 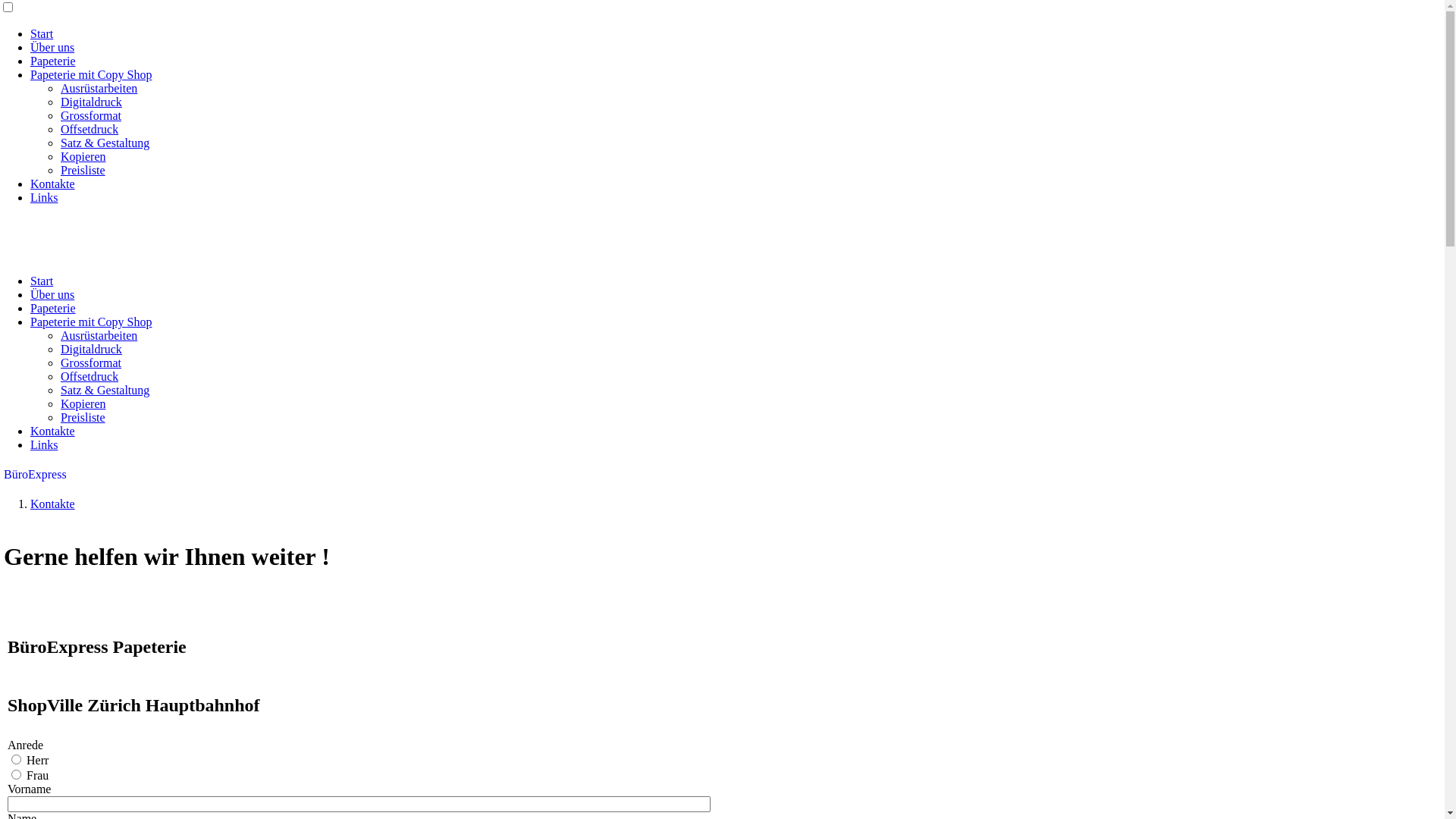 What do you see at coordinates (61, 102) in the screenshot?
I see `'Digitaldruck'` at bounding box center [61, 102].